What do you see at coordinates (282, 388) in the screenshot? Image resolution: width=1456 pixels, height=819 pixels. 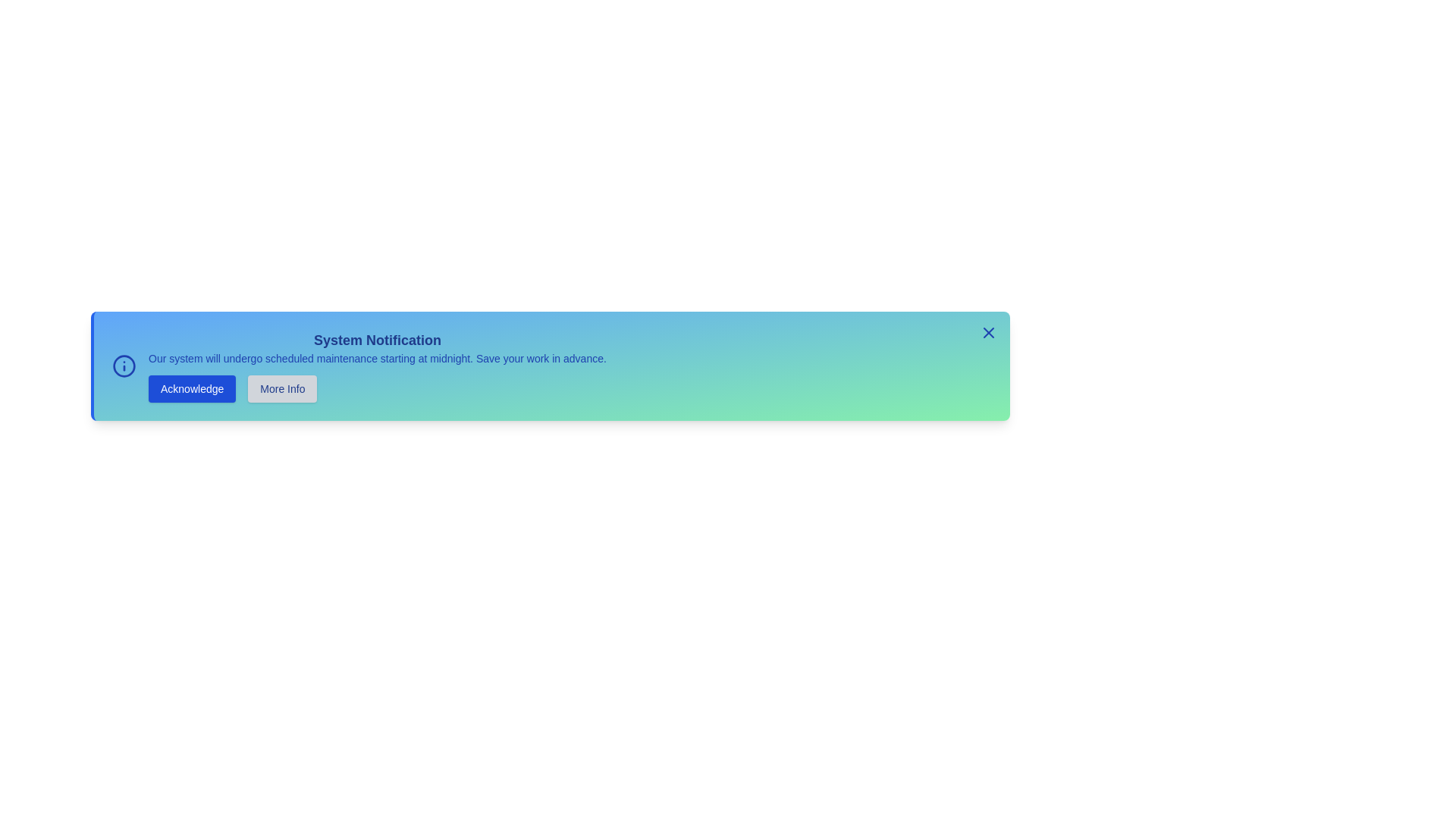 I see `the 'More Info' button to request additional information about the notification` at bounding box center [282, 388].